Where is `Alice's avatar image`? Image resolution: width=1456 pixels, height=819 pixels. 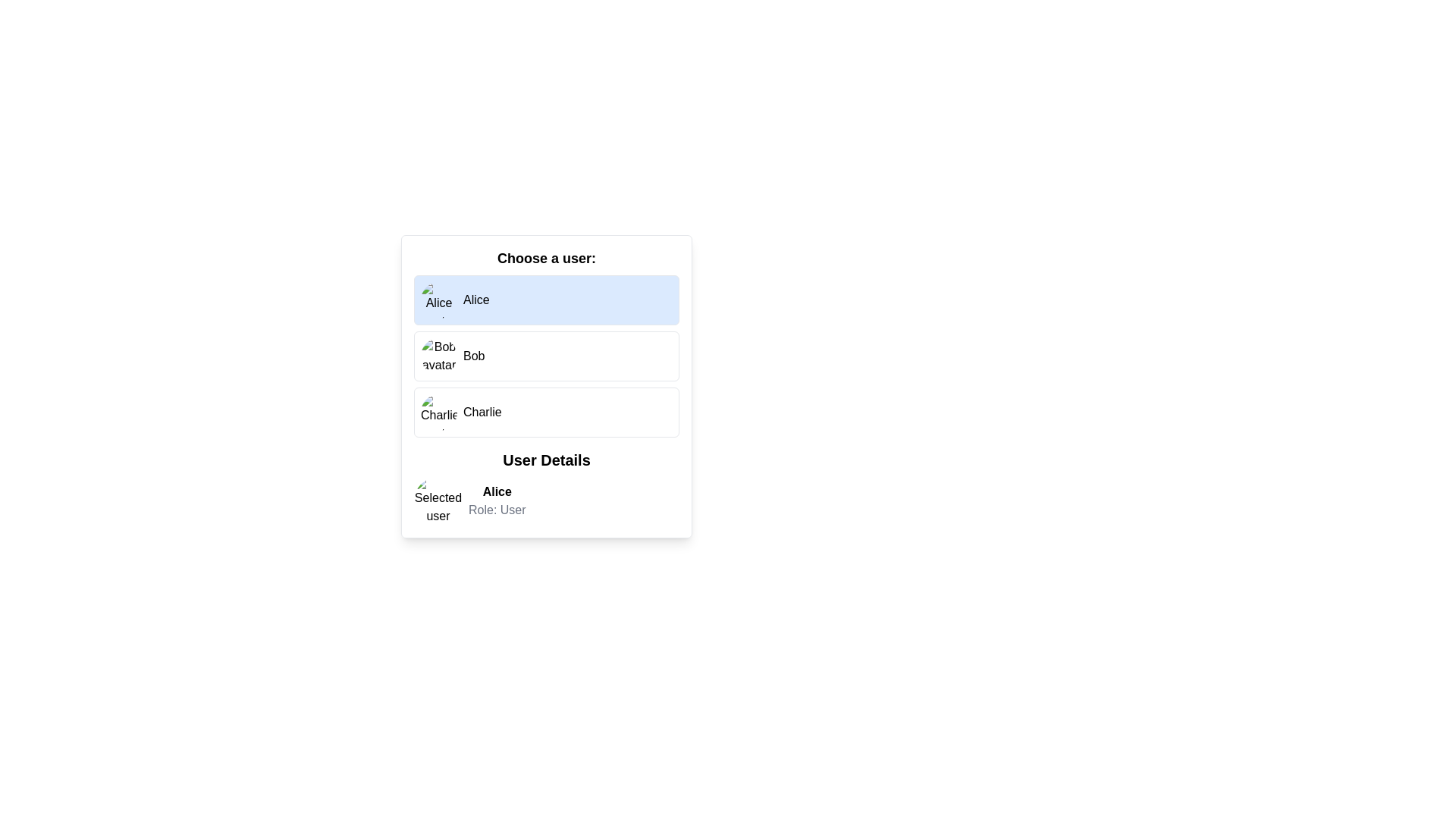
Alice's avatar image is located at coordinates (438, 300).